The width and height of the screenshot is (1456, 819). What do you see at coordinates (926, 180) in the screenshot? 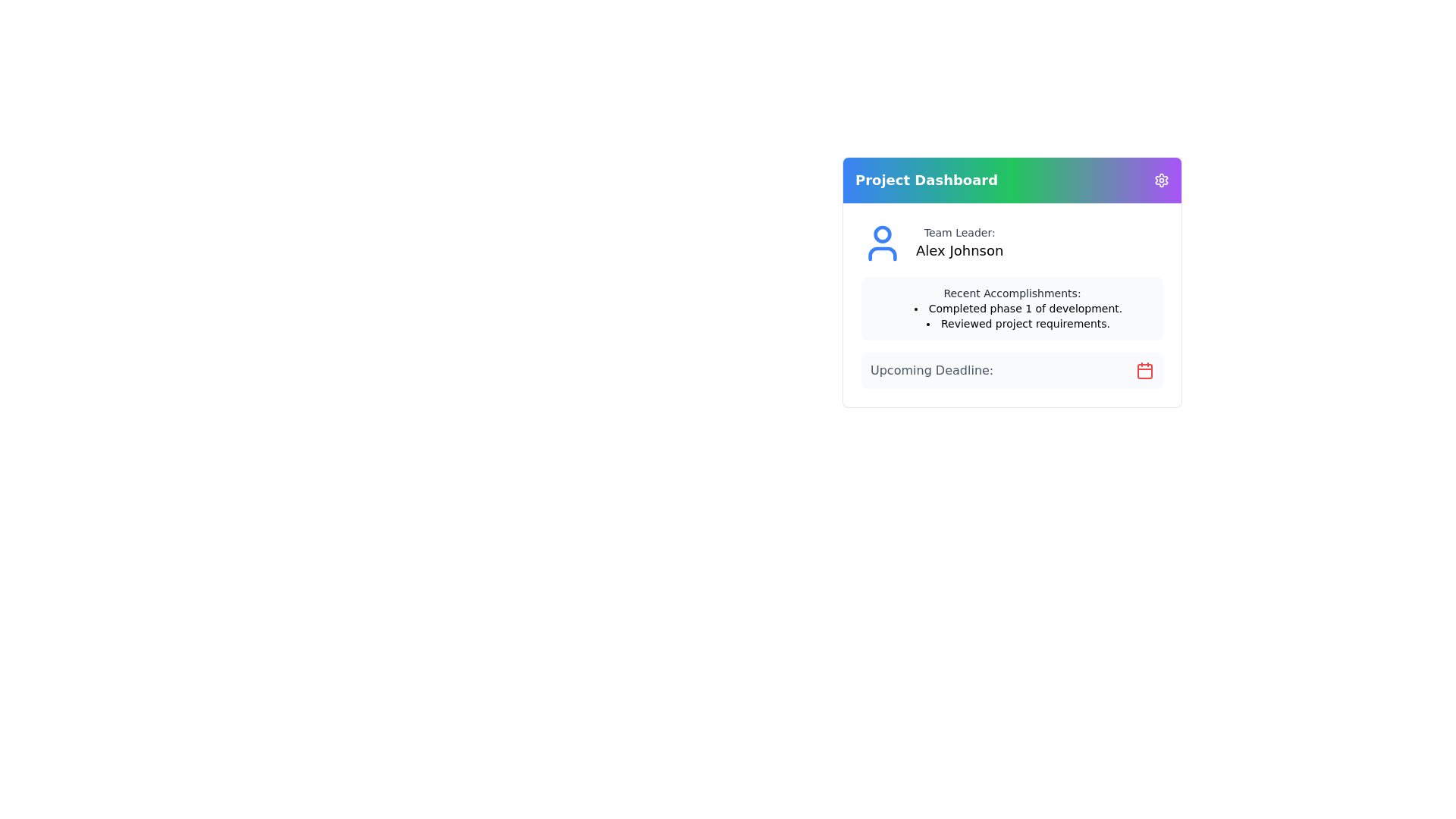
I see `the text label displaying 'Project Dashboard'` at bounding box center [926, 180].